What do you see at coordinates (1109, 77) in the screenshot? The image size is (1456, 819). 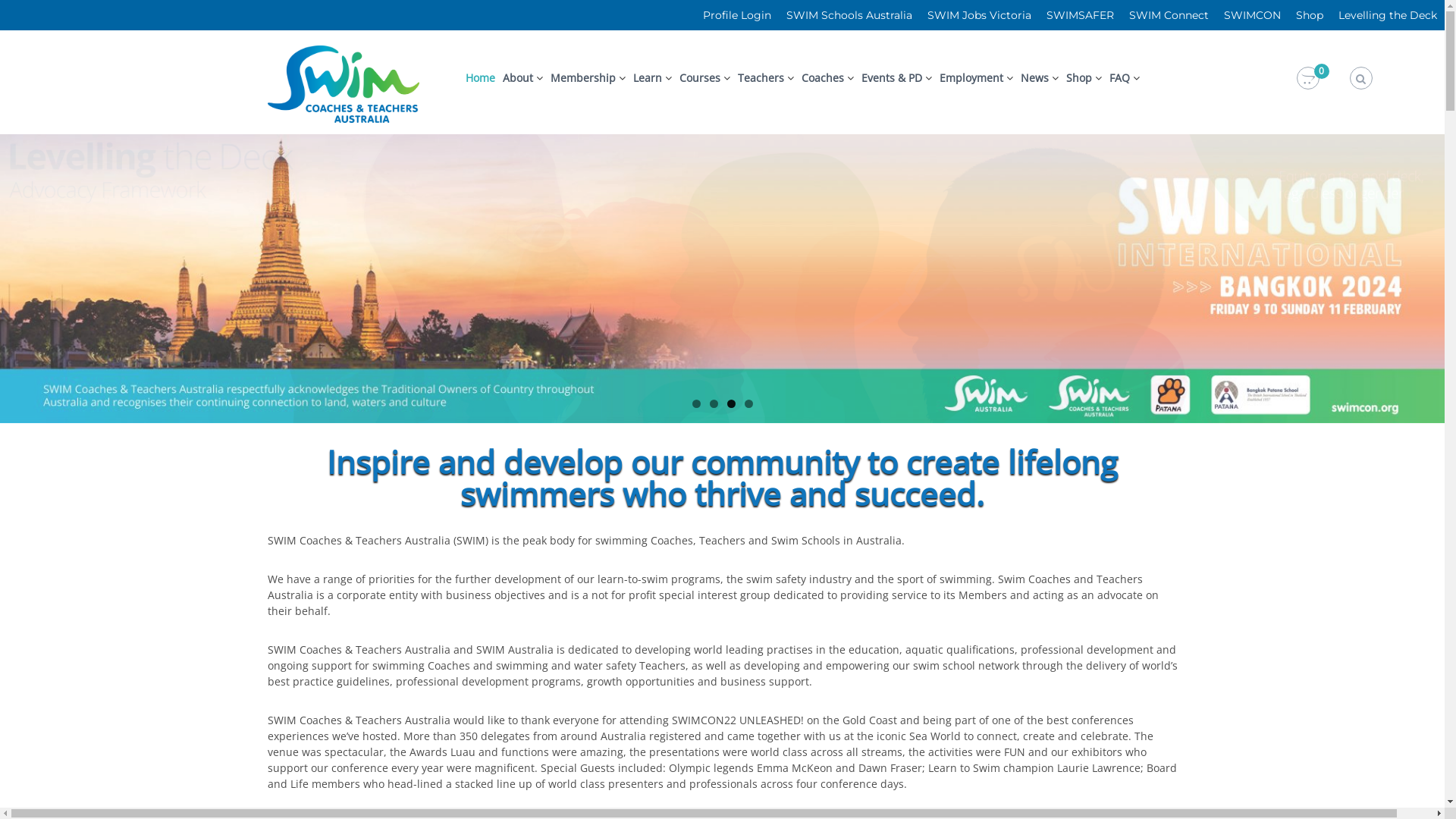 I see `'FAQ'` at bounding box center [1109, 77].